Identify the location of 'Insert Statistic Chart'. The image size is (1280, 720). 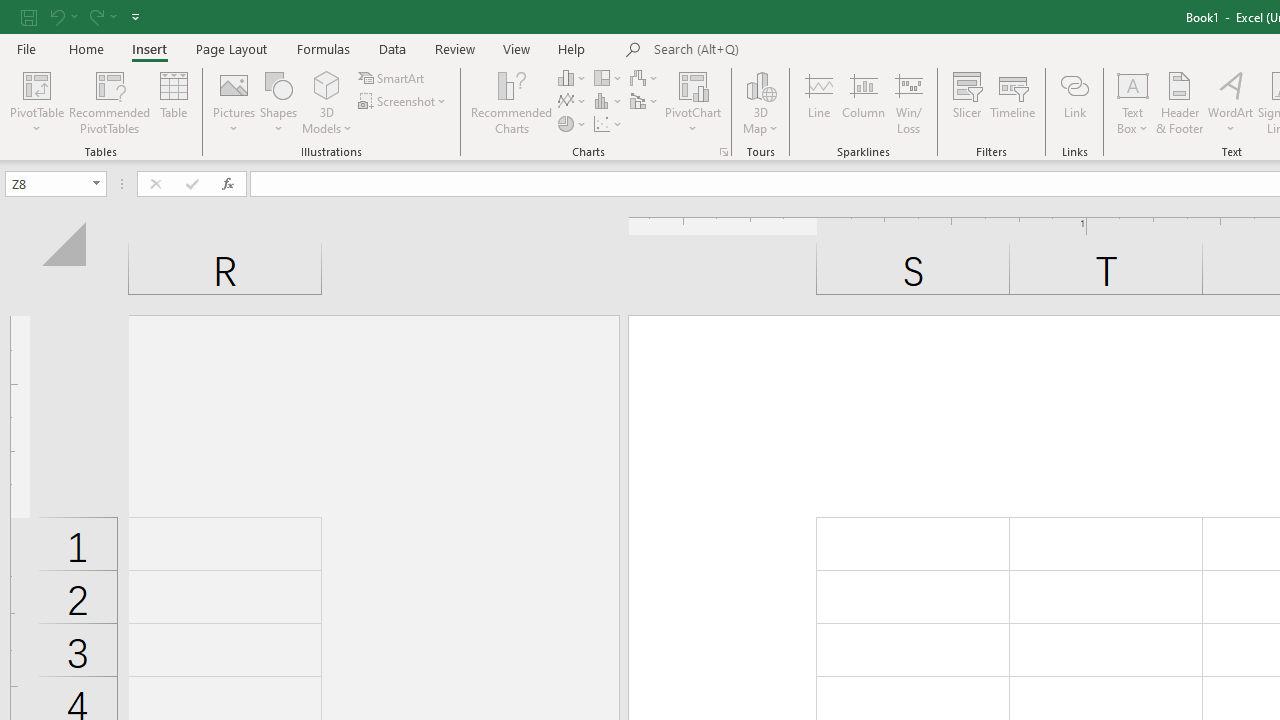
(608, 101).